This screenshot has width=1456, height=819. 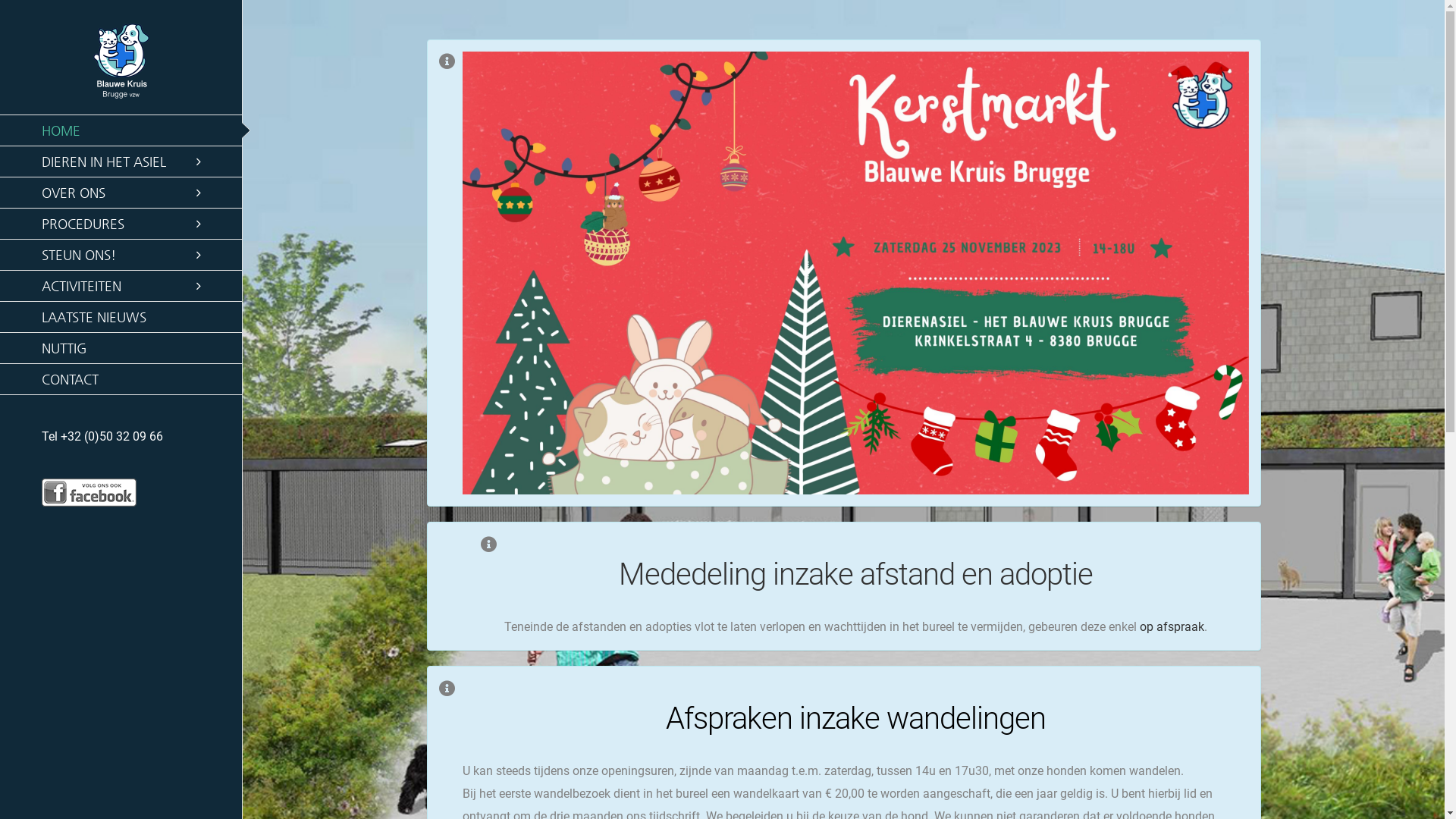 I want to click on 'LAATSTE NIEUWS', so click(x=120, y=316).